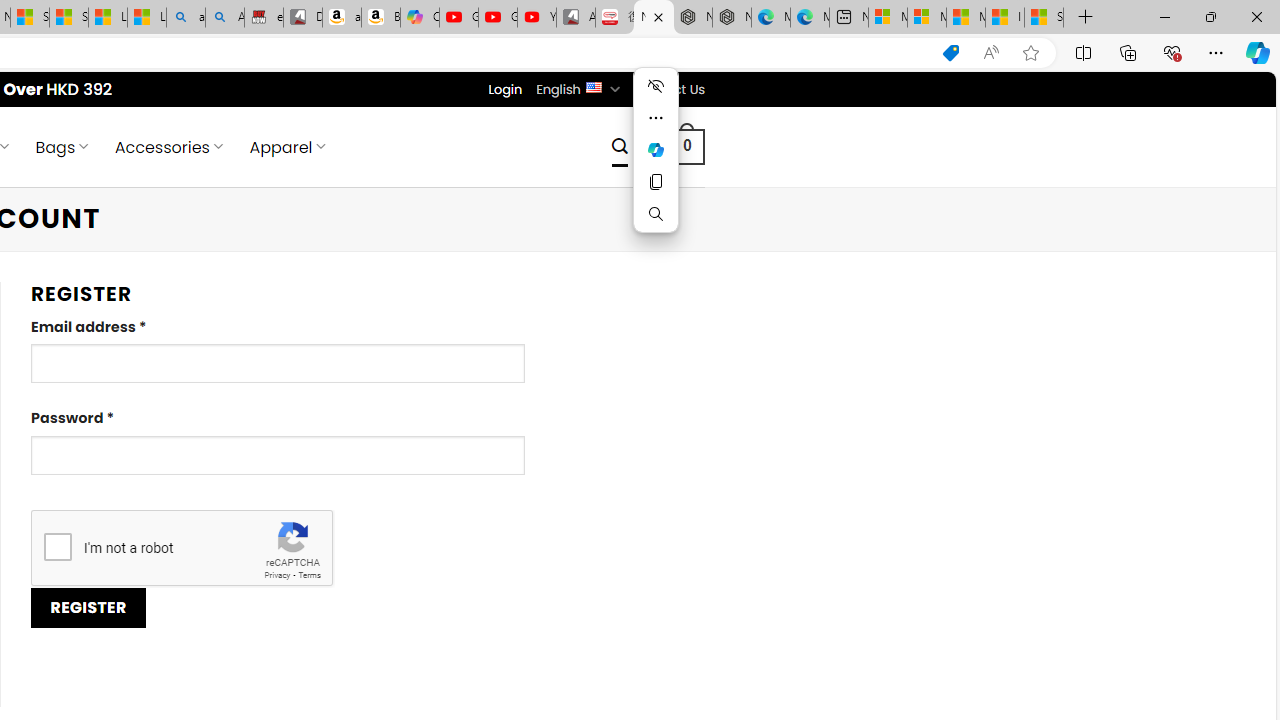 The height and width of the screenshot is (720, 1280). Describe the element at coordinates (505, 88) in the screenshot. I see `'Login'` at that location.